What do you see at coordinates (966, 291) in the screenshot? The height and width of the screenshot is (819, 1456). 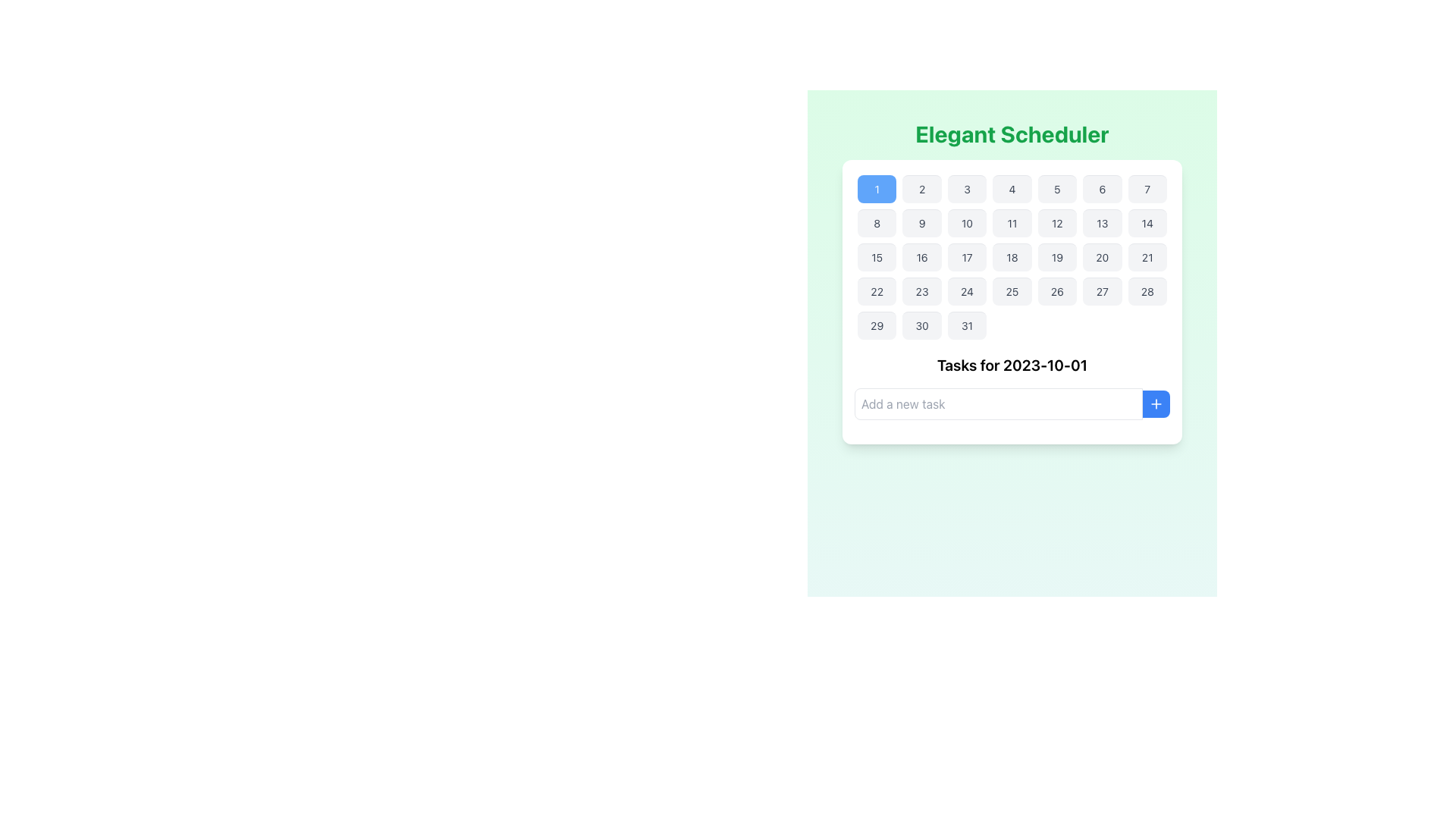 I see `the button representing the 24th day in the calendar interface` at bounding box center [966, 291].